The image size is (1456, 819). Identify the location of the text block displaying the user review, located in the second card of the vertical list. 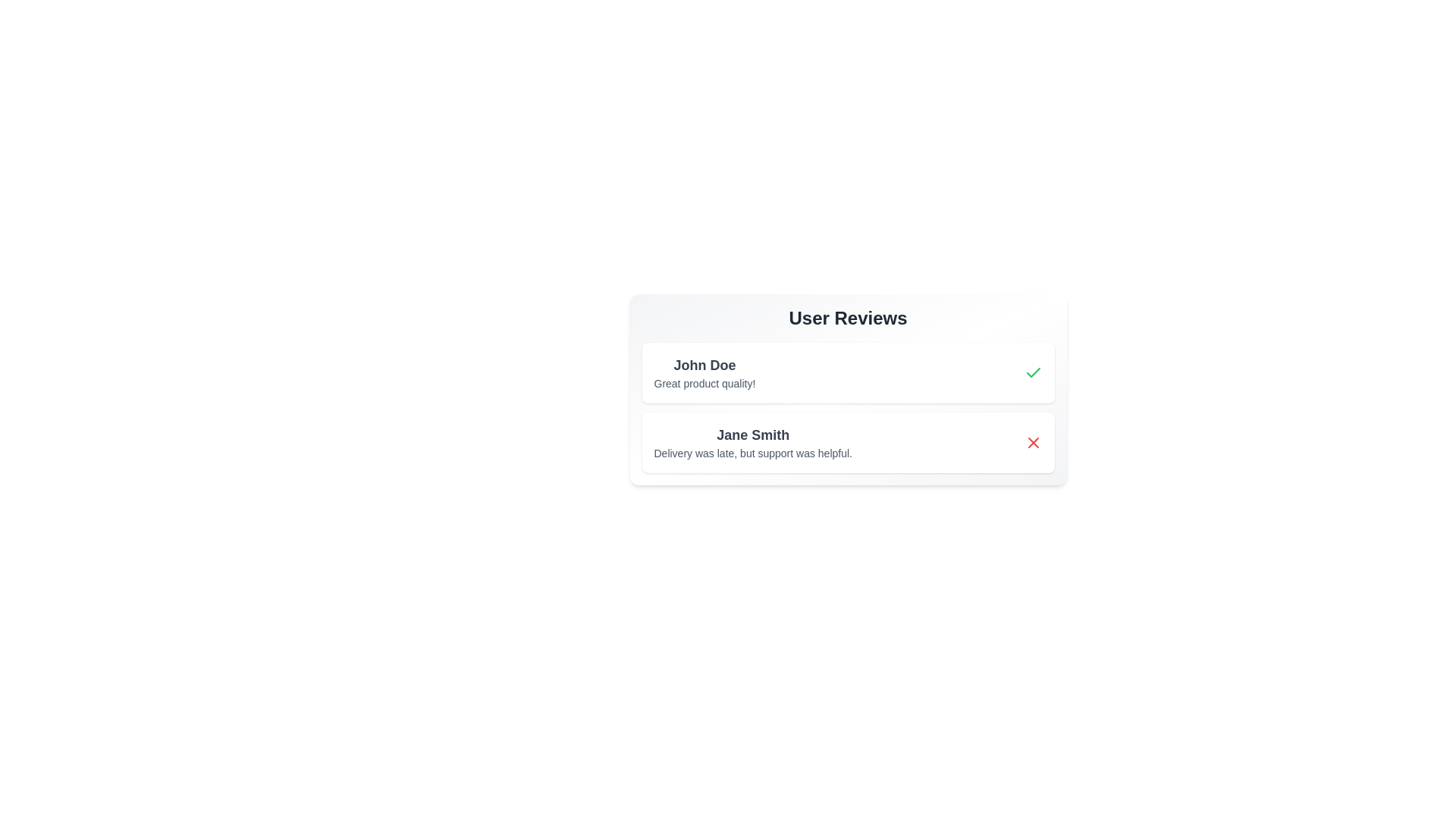
(753, 442).